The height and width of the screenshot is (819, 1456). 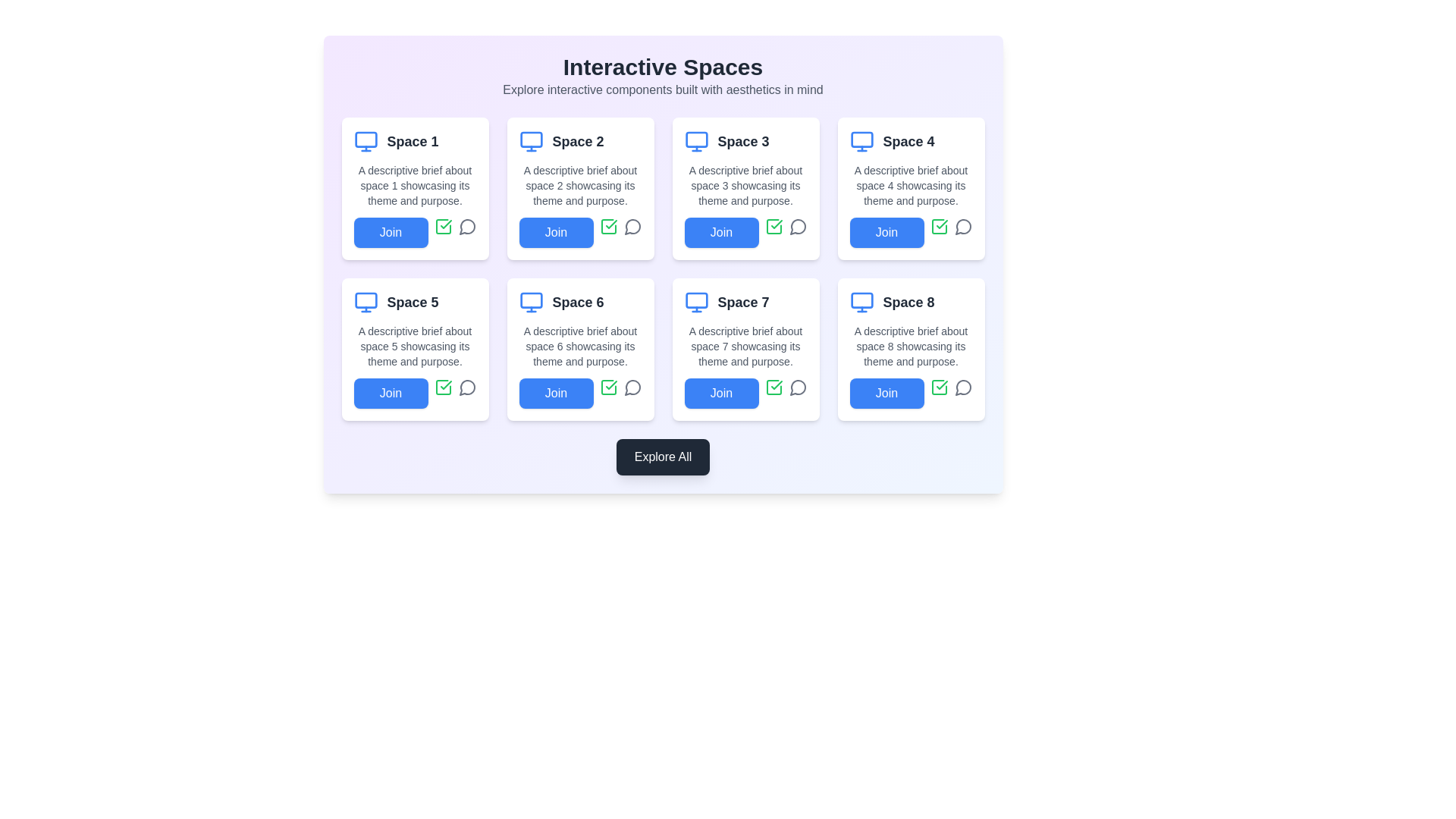 What do you see at coordinates (910, 393) in the screenshot?
I see `the blue 'Join' button with rounded corners located in the 'Space 8' card, positioned next to a green checkmark and a gray speech bubble, to join the space` at bounding box center [910, 393].